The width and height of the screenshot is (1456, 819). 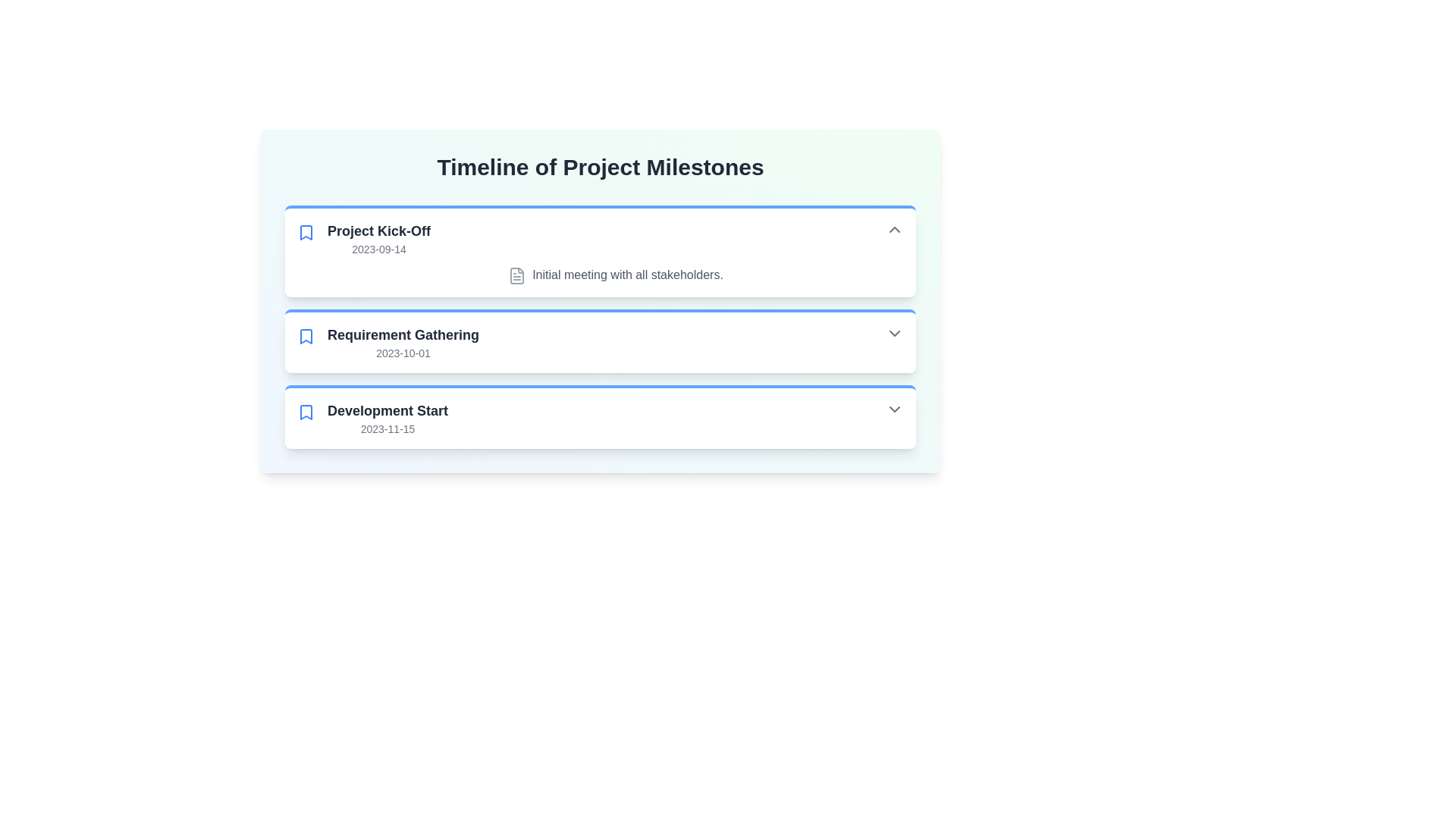 What do you see at coordinates (378, 231) in the screenshot?
I see `the Text Label that serves as the title of the milestone event, located in the topmost item of a vertically arranged list, above the text '2023-09-14', within a blue-bordered card` at bounding box center [378, 231].